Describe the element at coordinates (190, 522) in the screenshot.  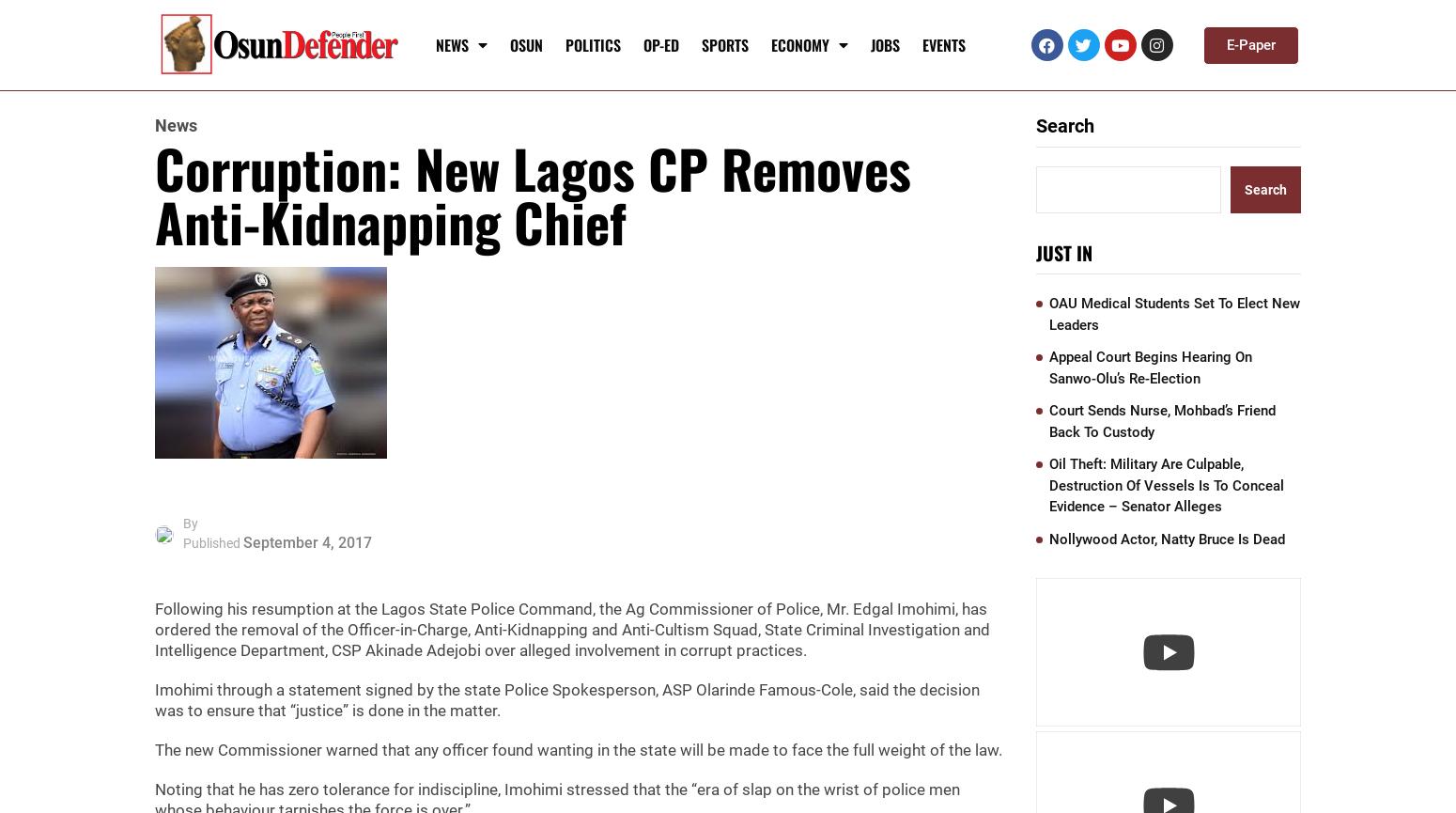
I see `'By'` at that location.